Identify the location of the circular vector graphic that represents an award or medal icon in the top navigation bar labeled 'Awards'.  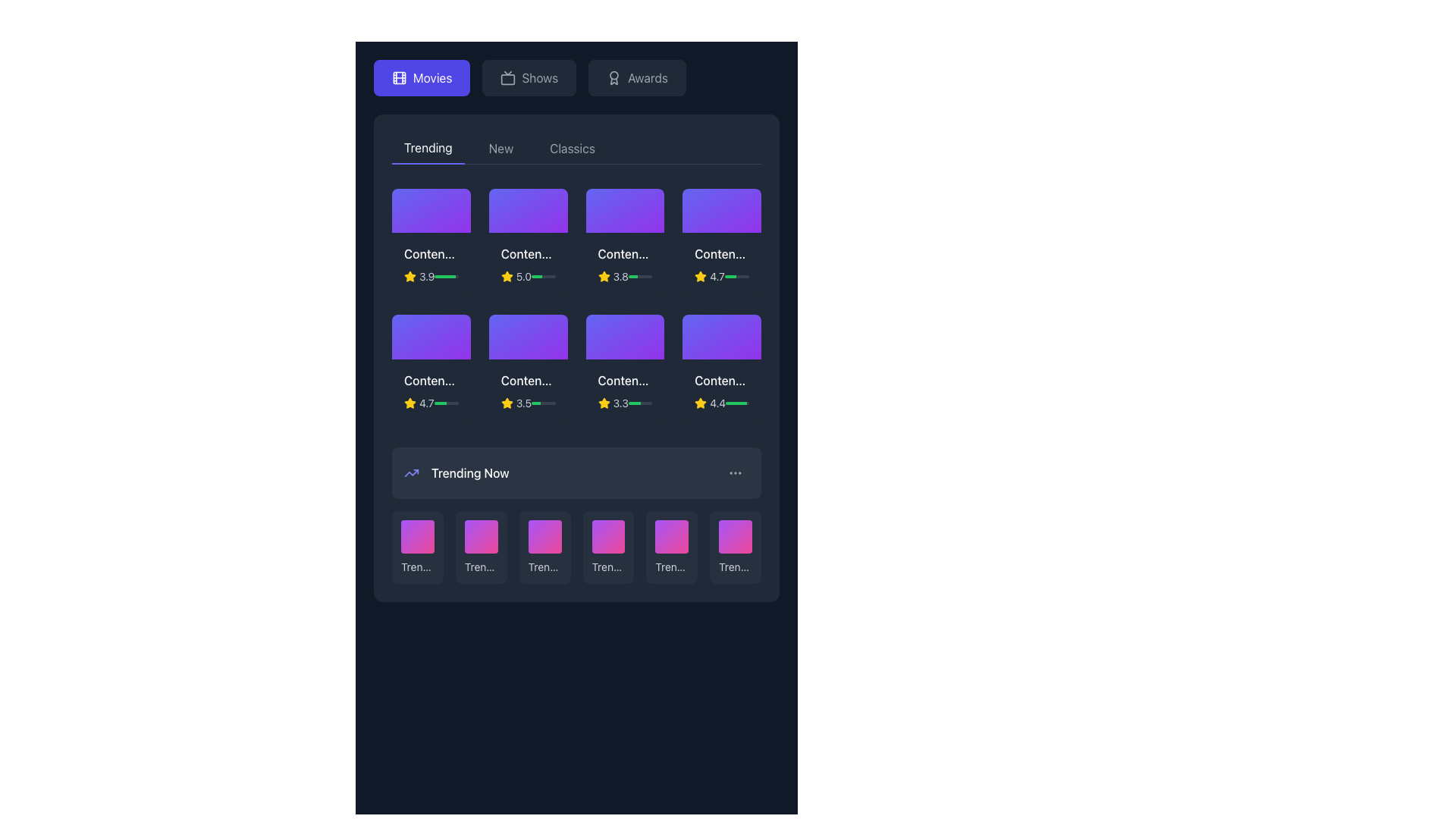
(614, 75).